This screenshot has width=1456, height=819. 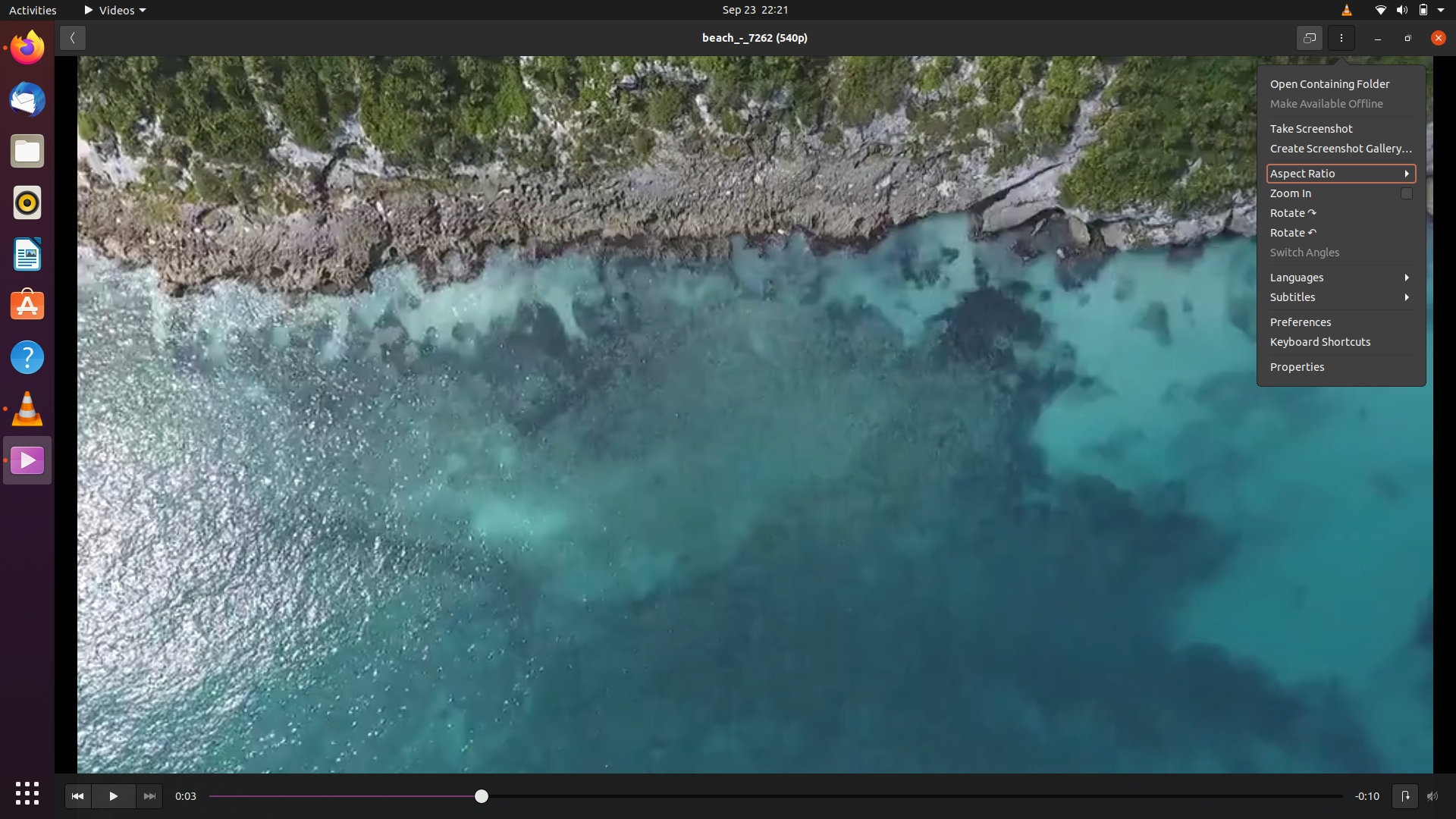 What do you see at coordinates (70, 36) in the screenshot?
I see `Traverse to the prior page in video configurations` at bounding box center [70, 36].